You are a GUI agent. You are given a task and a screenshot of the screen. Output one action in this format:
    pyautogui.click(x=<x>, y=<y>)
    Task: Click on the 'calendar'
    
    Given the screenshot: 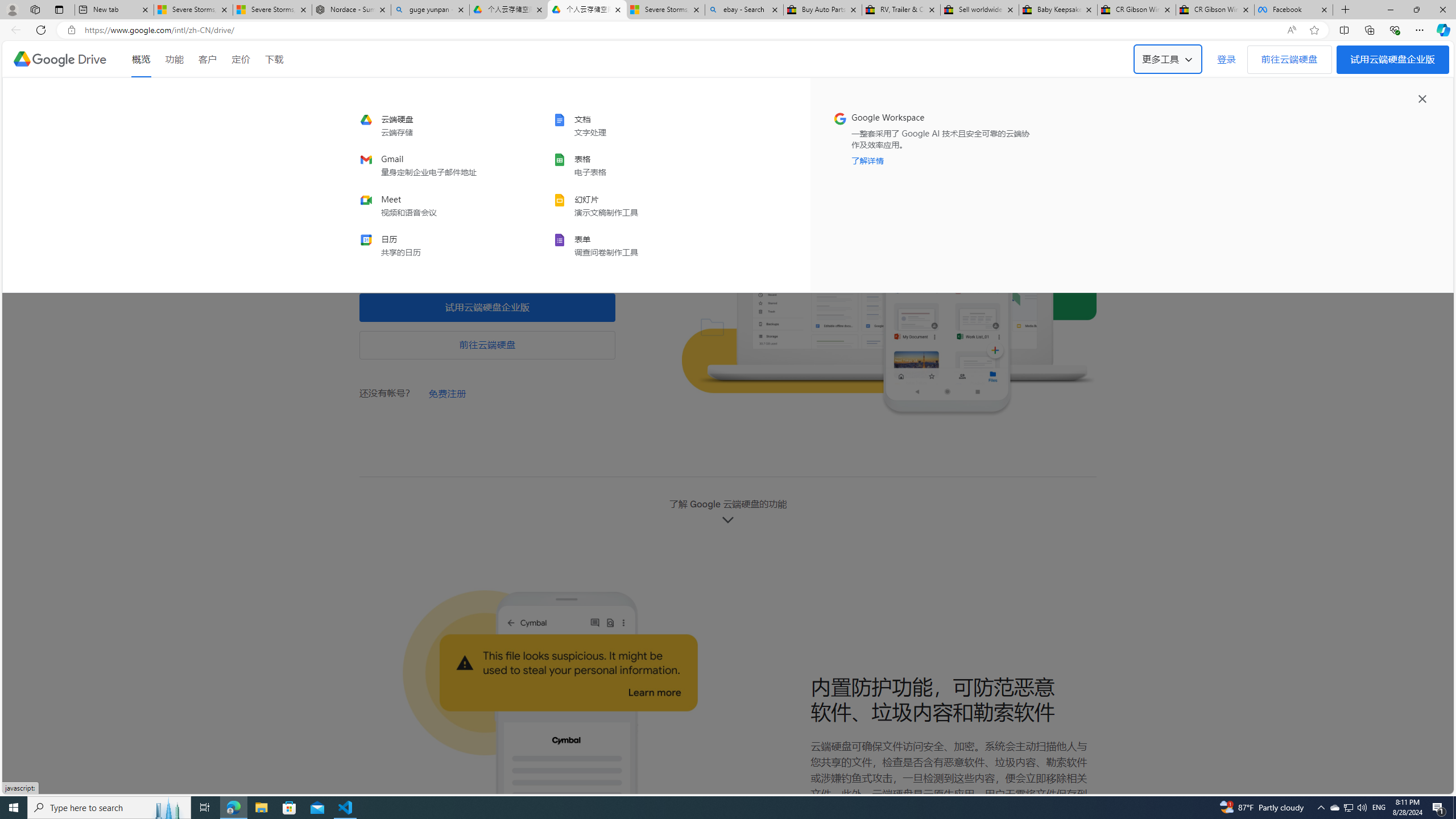 What is the action you would take?
    pyautogui.click(x=436, y=245)
    